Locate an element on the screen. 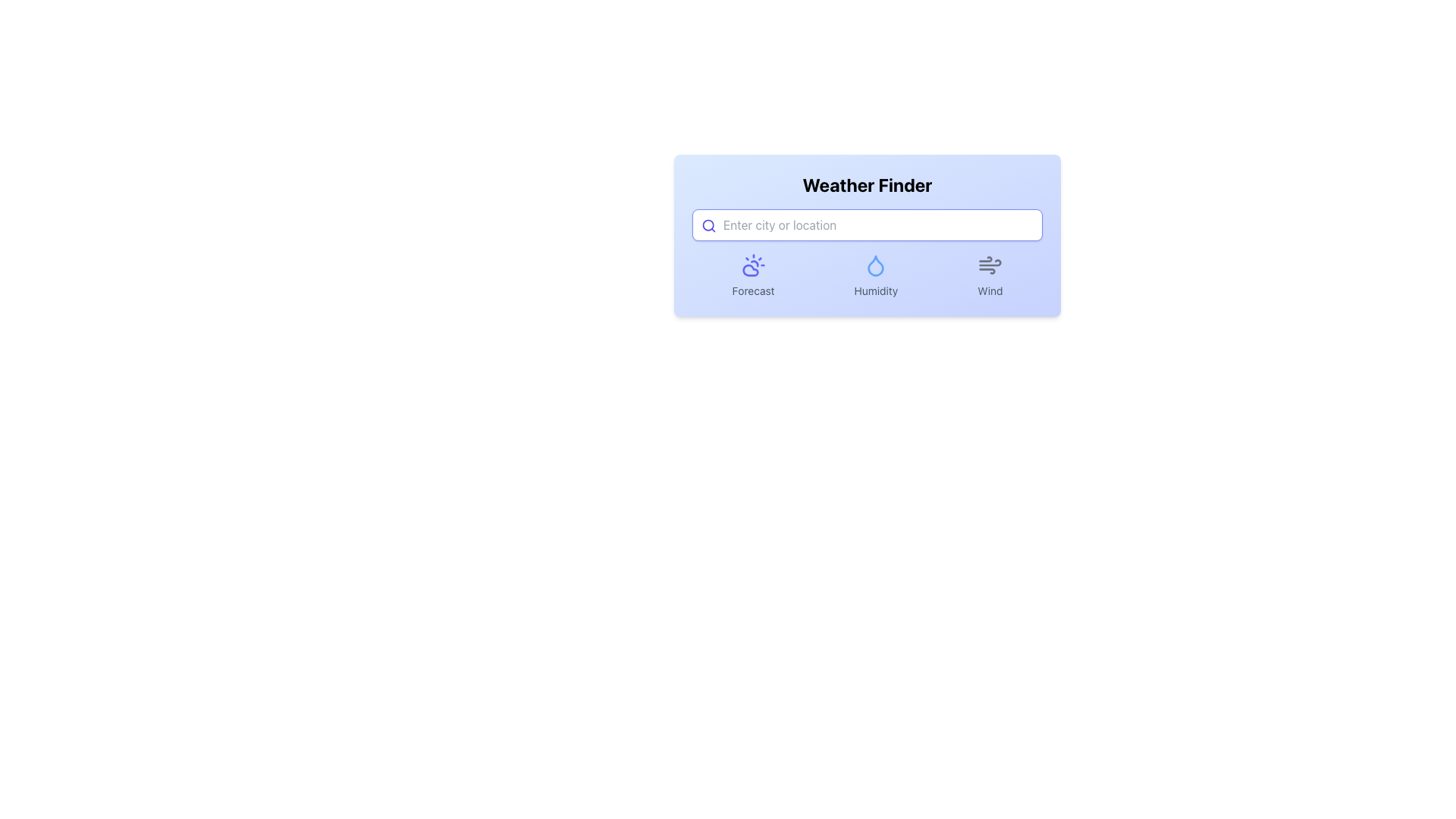 This screenshot has width=1456, height=819. the Grouped UI element featuring 'Forecast', 'Humidity', and 'Wind' labels with icons, located centrally in the weather interface is located at coordinates (867, 275).